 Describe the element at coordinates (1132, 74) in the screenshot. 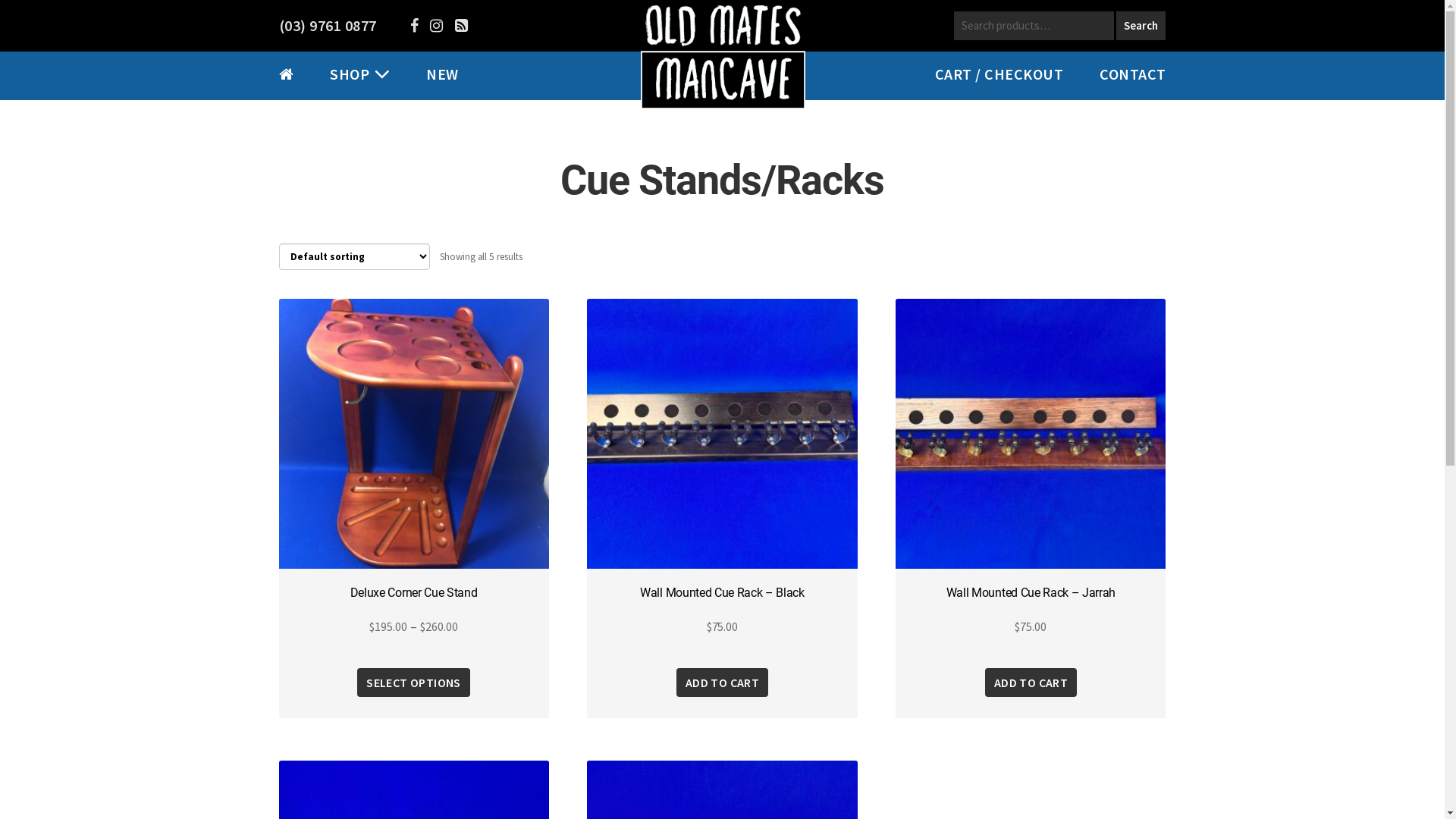

I see `'CONTACT'` at that location.